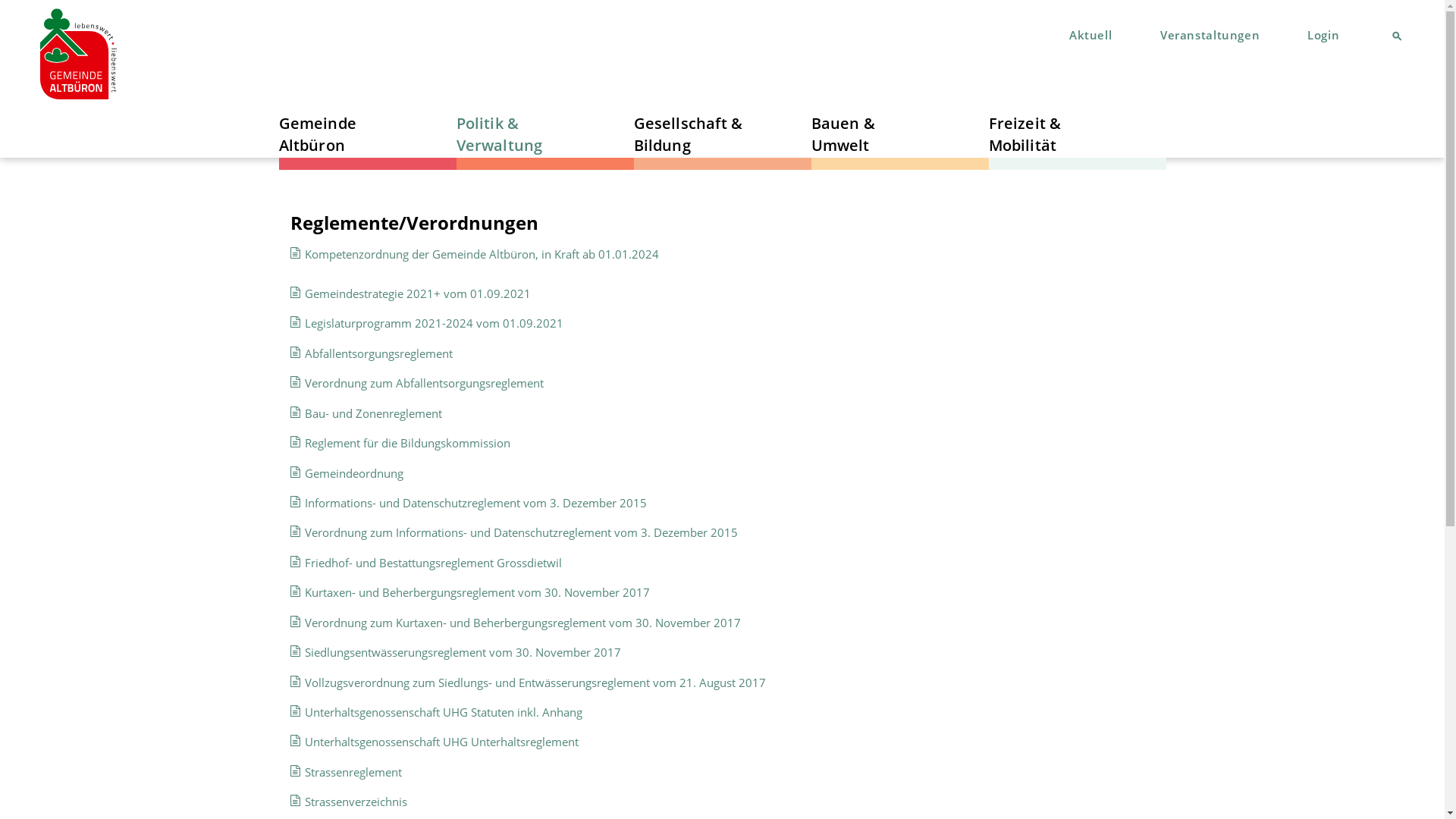  I want to click on 'Legislaturprogramm 2021-2024 vom 01.09.2021', so click(433, 322).